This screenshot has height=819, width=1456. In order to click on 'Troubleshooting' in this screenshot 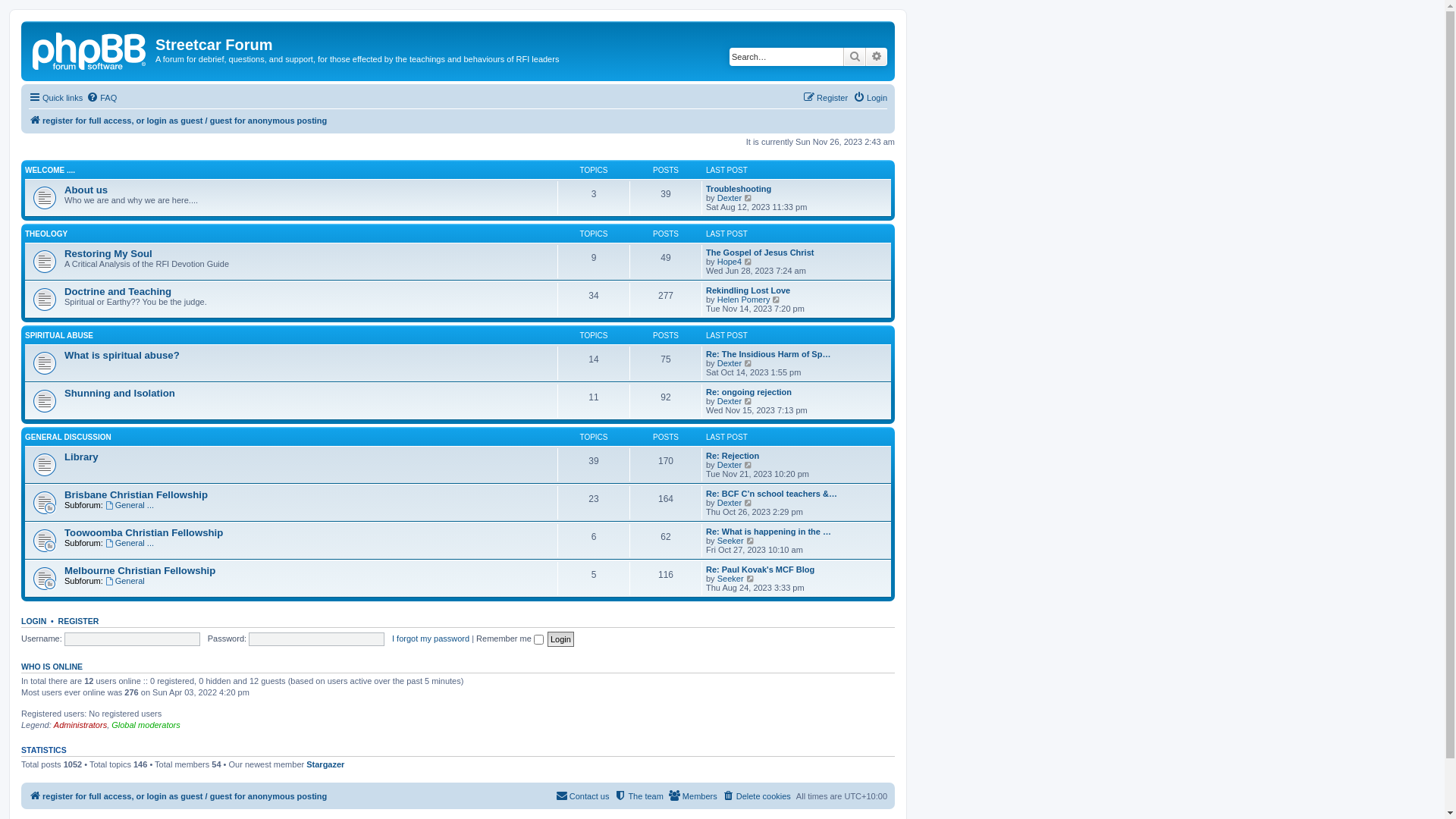, I will do `click(739, 188)`.